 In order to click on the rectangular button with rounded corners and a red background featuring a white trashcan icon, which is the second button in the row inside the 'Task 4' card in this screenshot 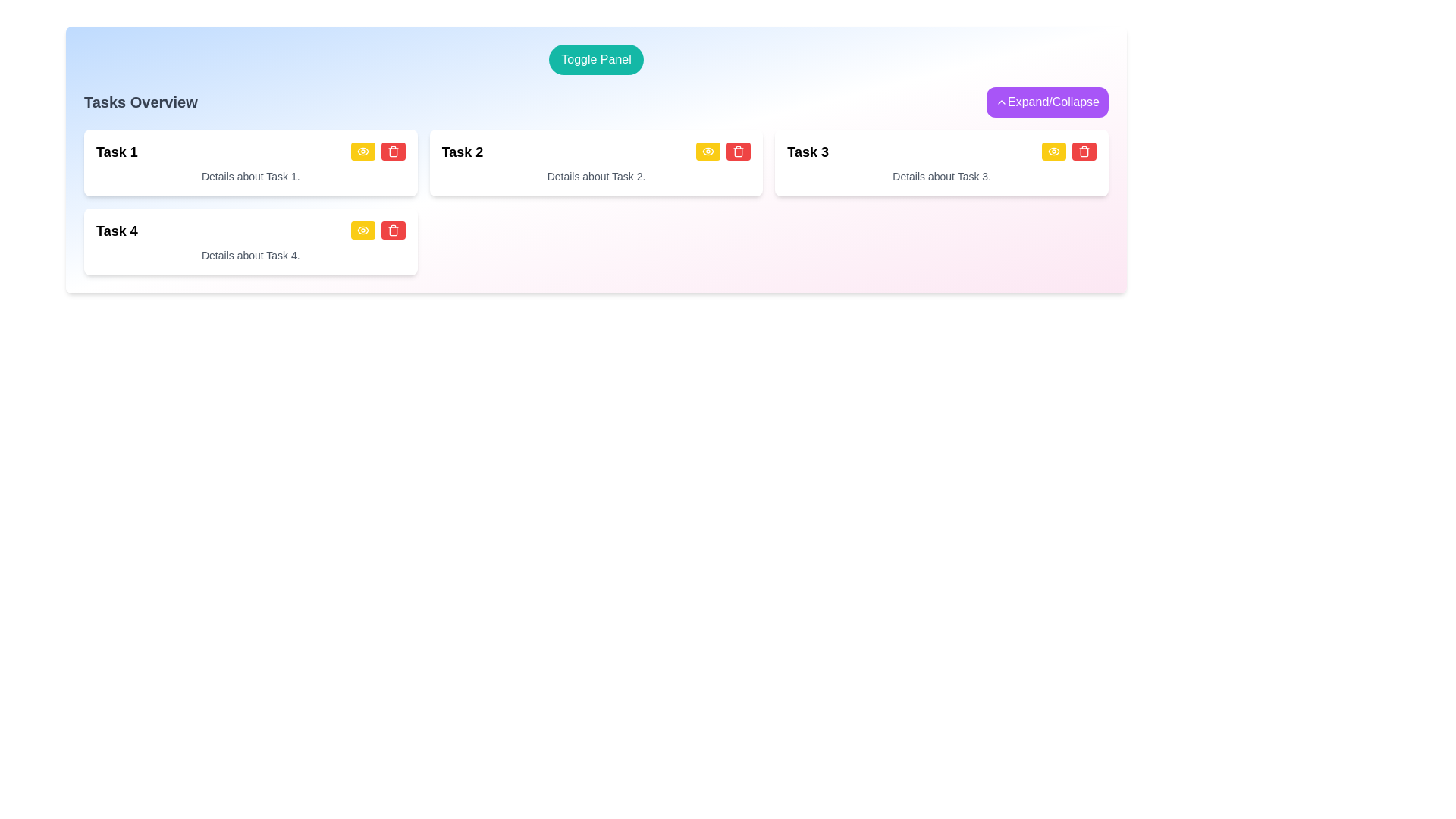, I will do `click(393, 230)`.